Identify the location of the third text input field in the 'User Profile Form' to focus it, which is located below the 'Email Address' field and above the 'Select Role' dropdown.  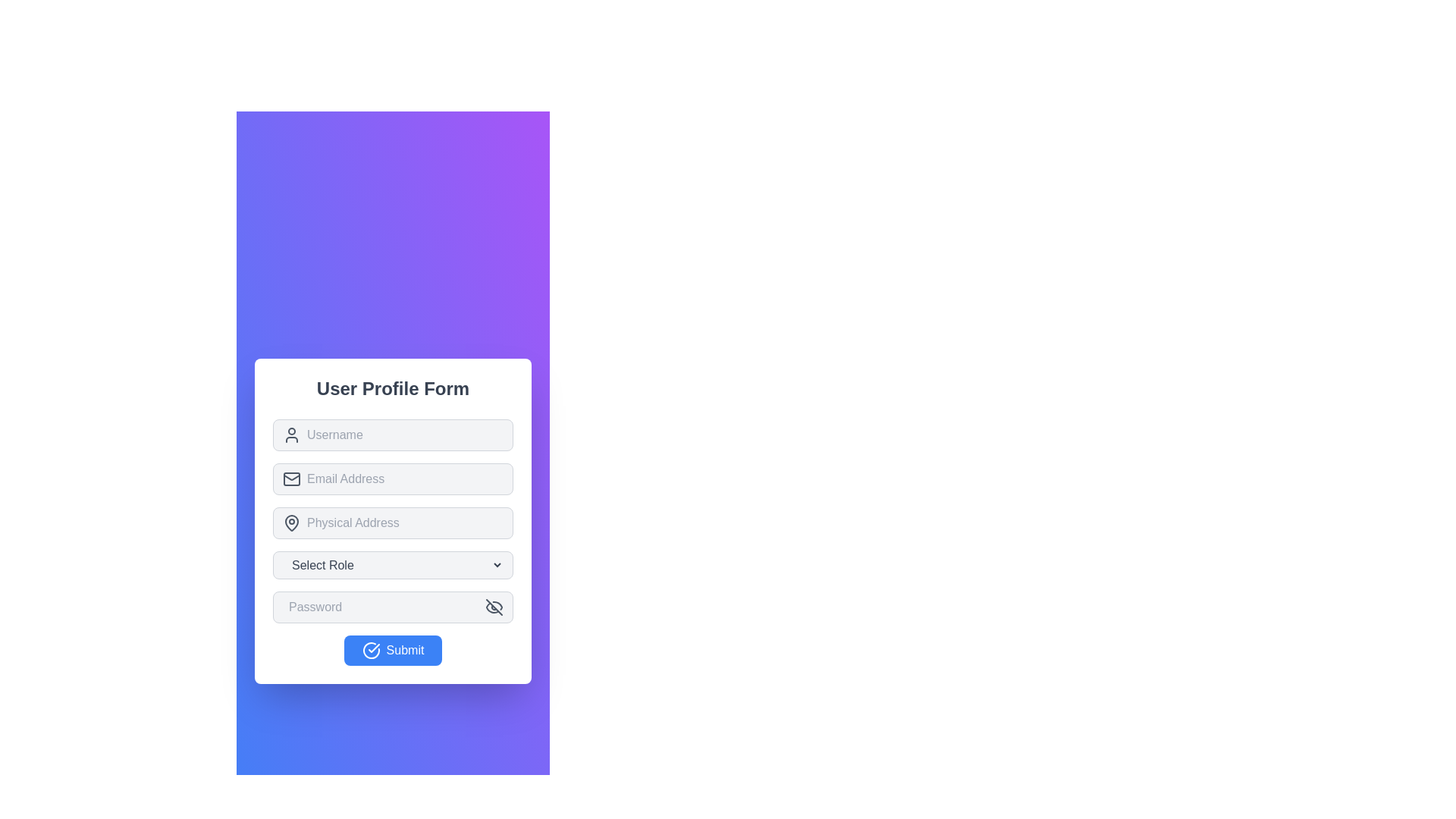
(393, 519).